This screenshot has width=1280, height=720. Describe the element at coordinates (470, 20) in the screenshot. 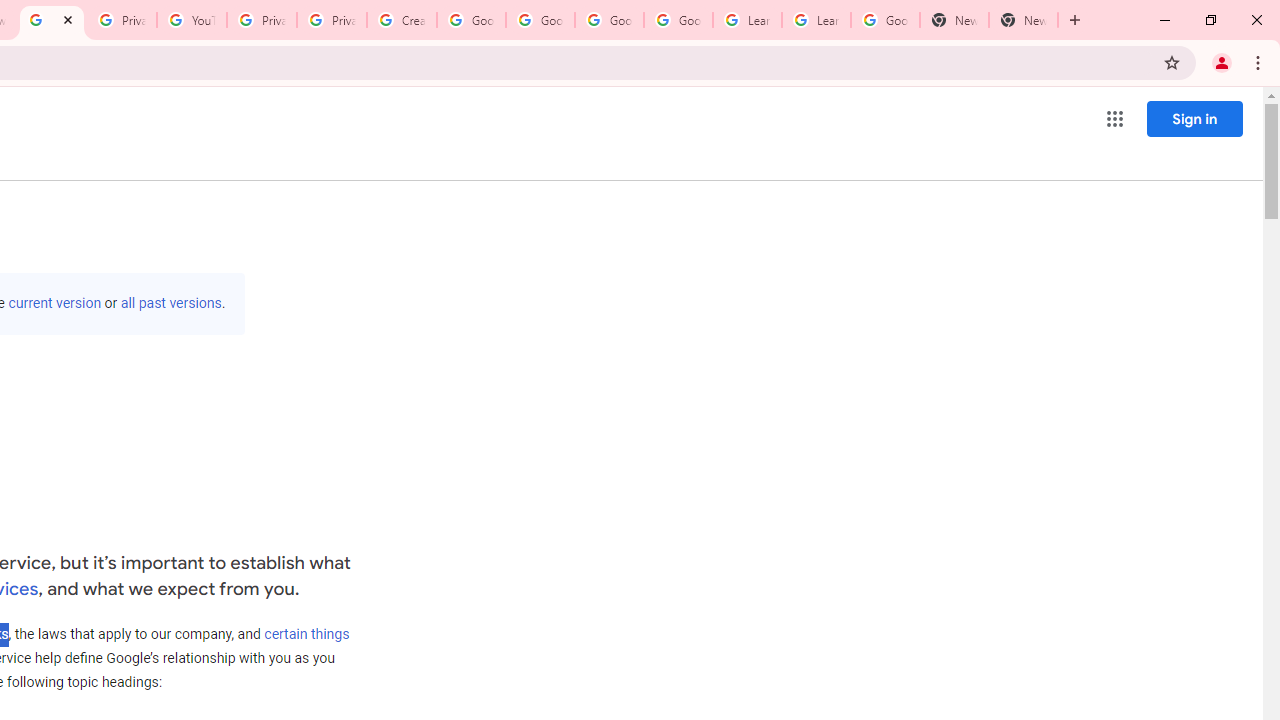

I see `'Google Account Help'` at that location.